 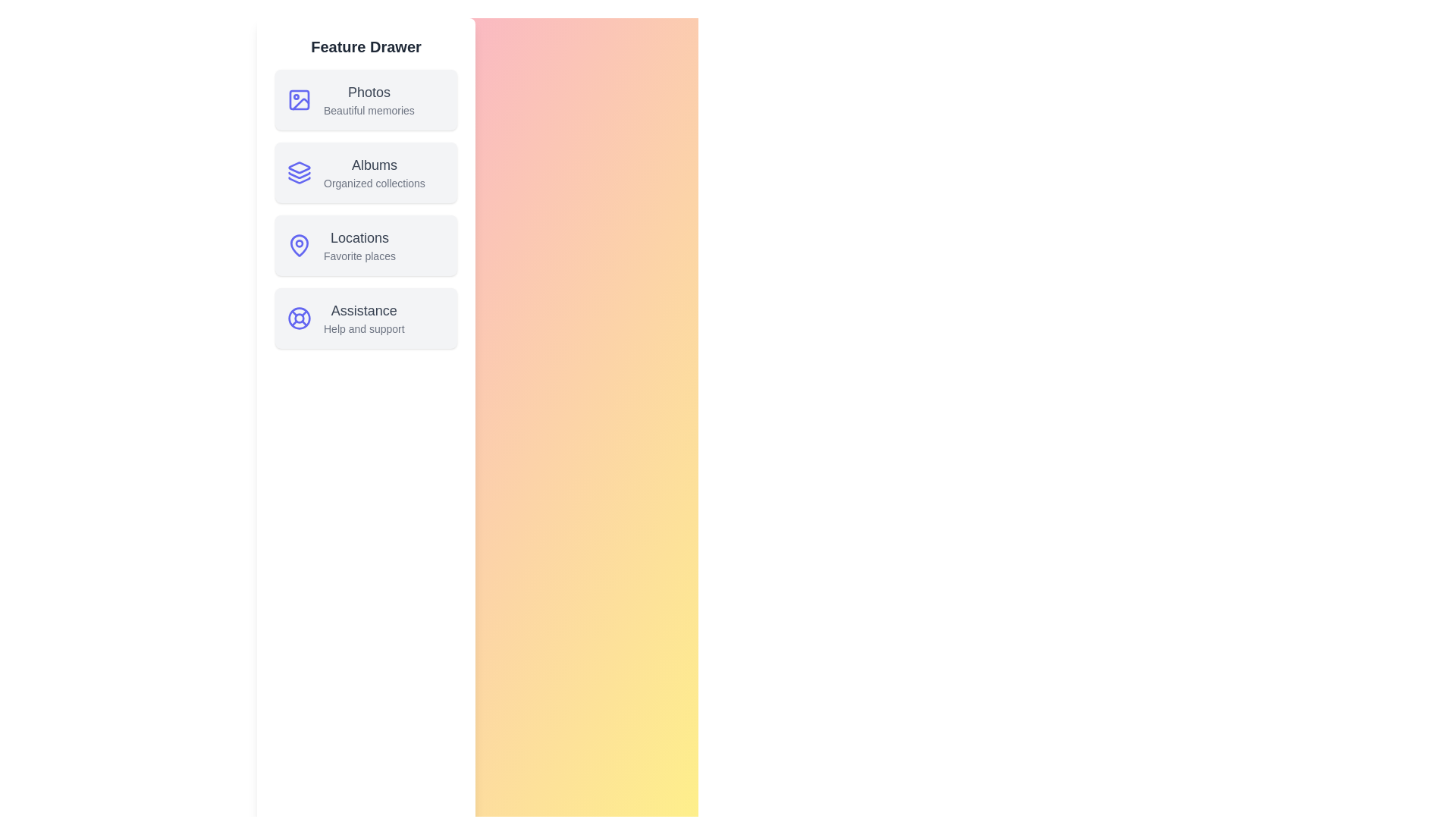 I want to click on the icon for Locations, so click(x=299, y=245).